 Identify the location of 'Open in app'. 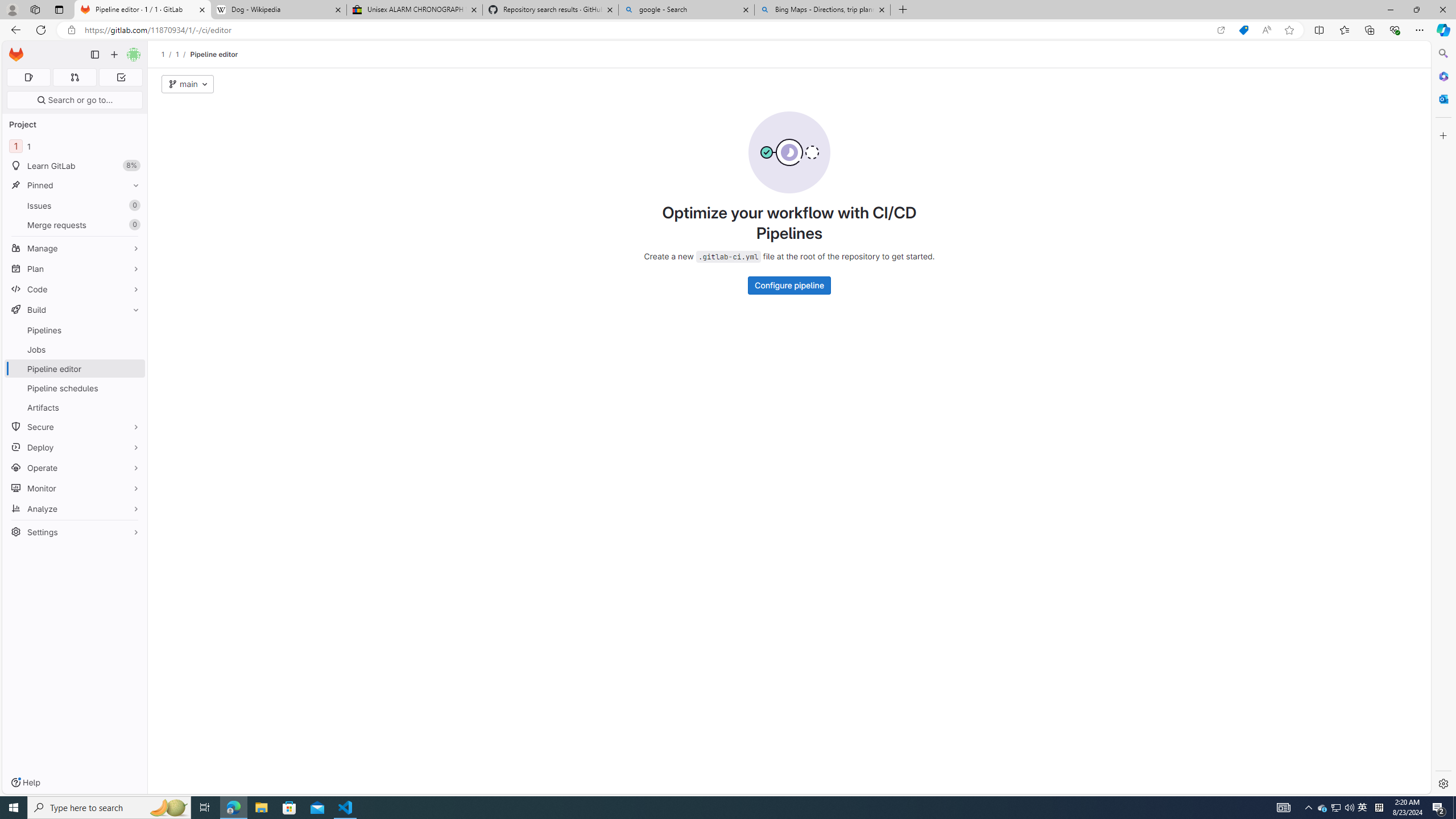
(1220, 30).